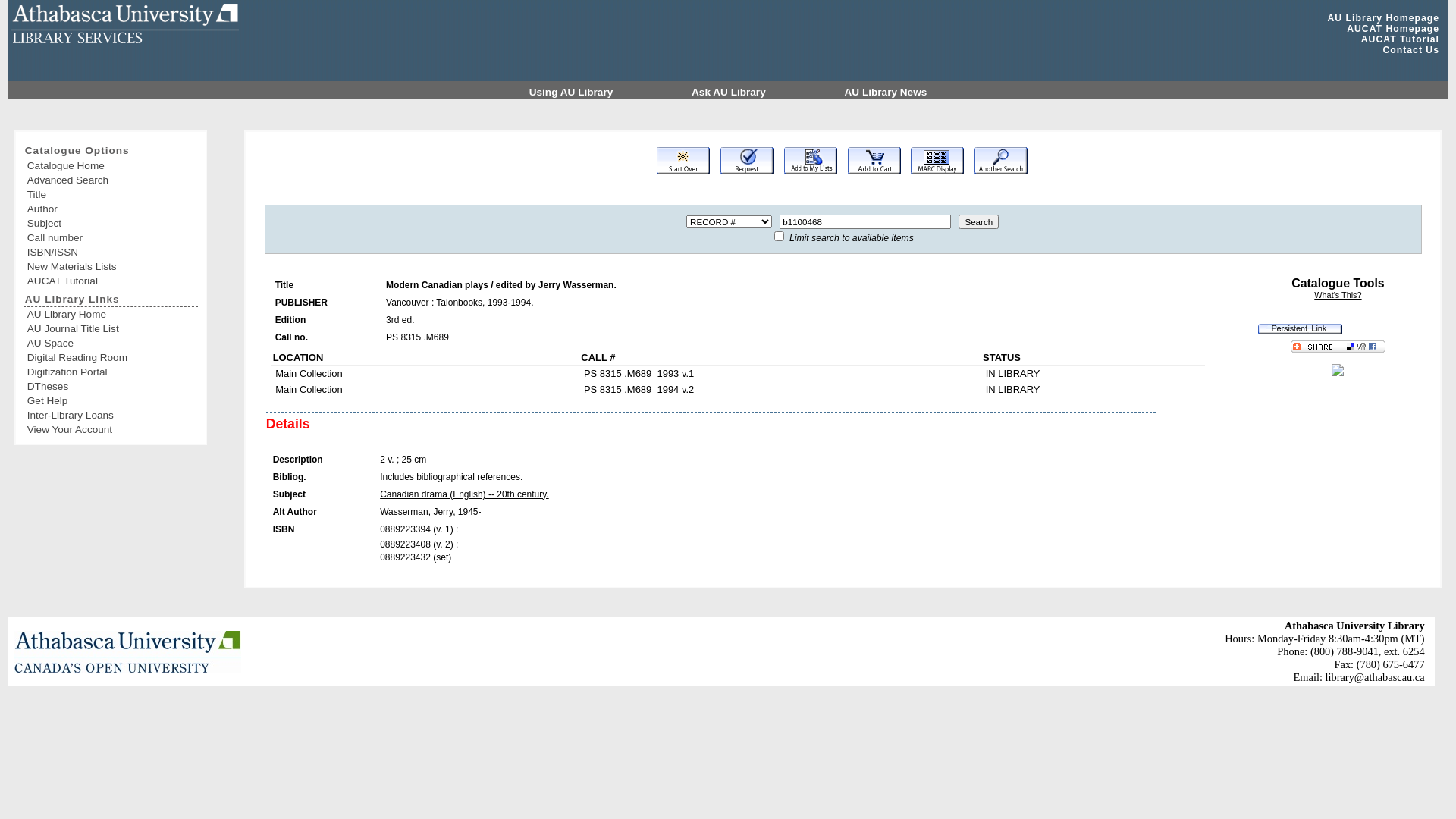 Image resolution: width=1456 pixels, height=819 pixels. What do you see at coordinates (111, 400) in the screenshot?
I see `'Get Help'` at bounding box center [111, 400].